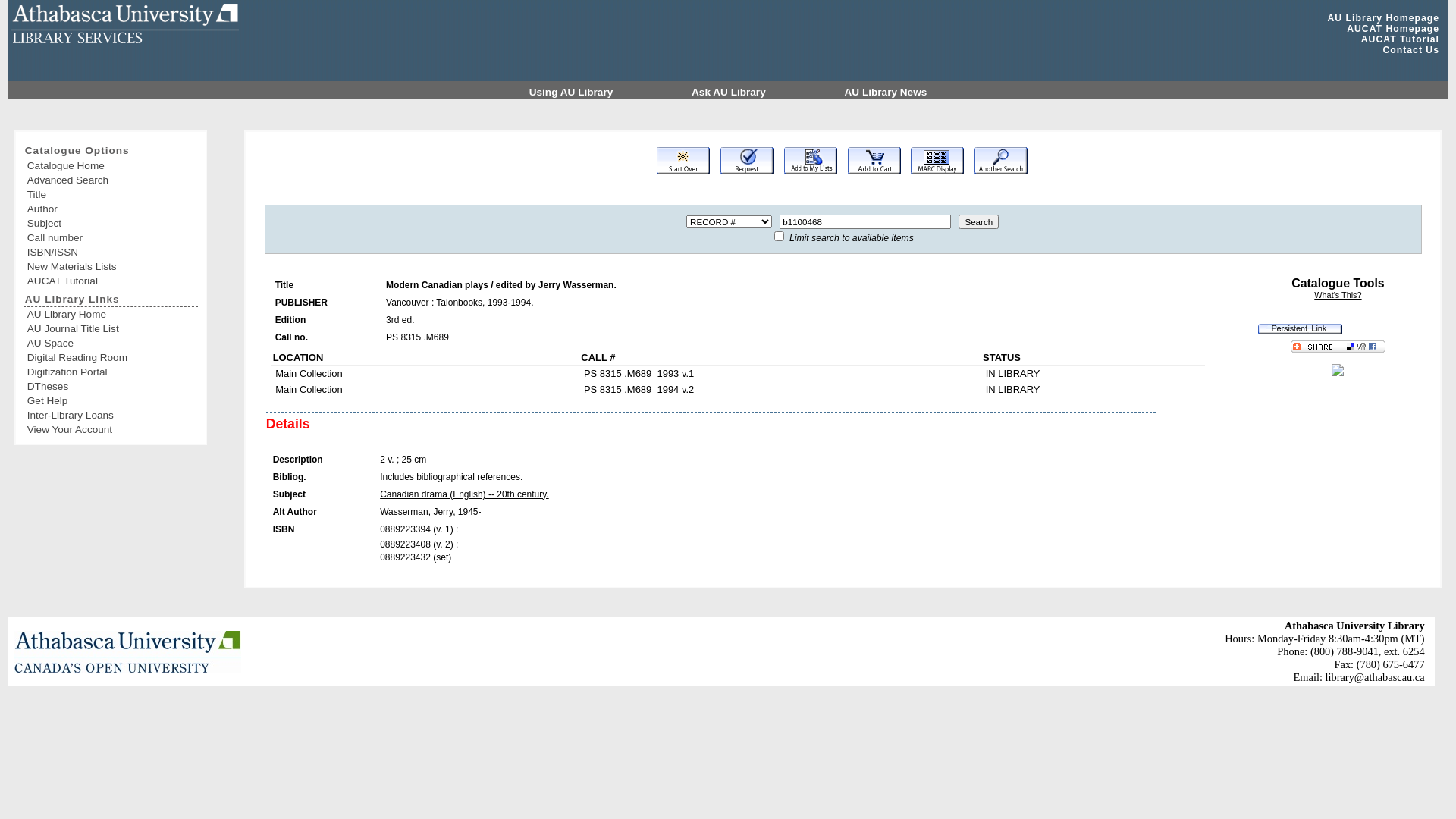 Image resolution: width=1456 pixels, height=819 pixels. What do you see at coordinates (111, 400) in the screenshot?
I see `'Get Help'` at bounding box center [111, 400].